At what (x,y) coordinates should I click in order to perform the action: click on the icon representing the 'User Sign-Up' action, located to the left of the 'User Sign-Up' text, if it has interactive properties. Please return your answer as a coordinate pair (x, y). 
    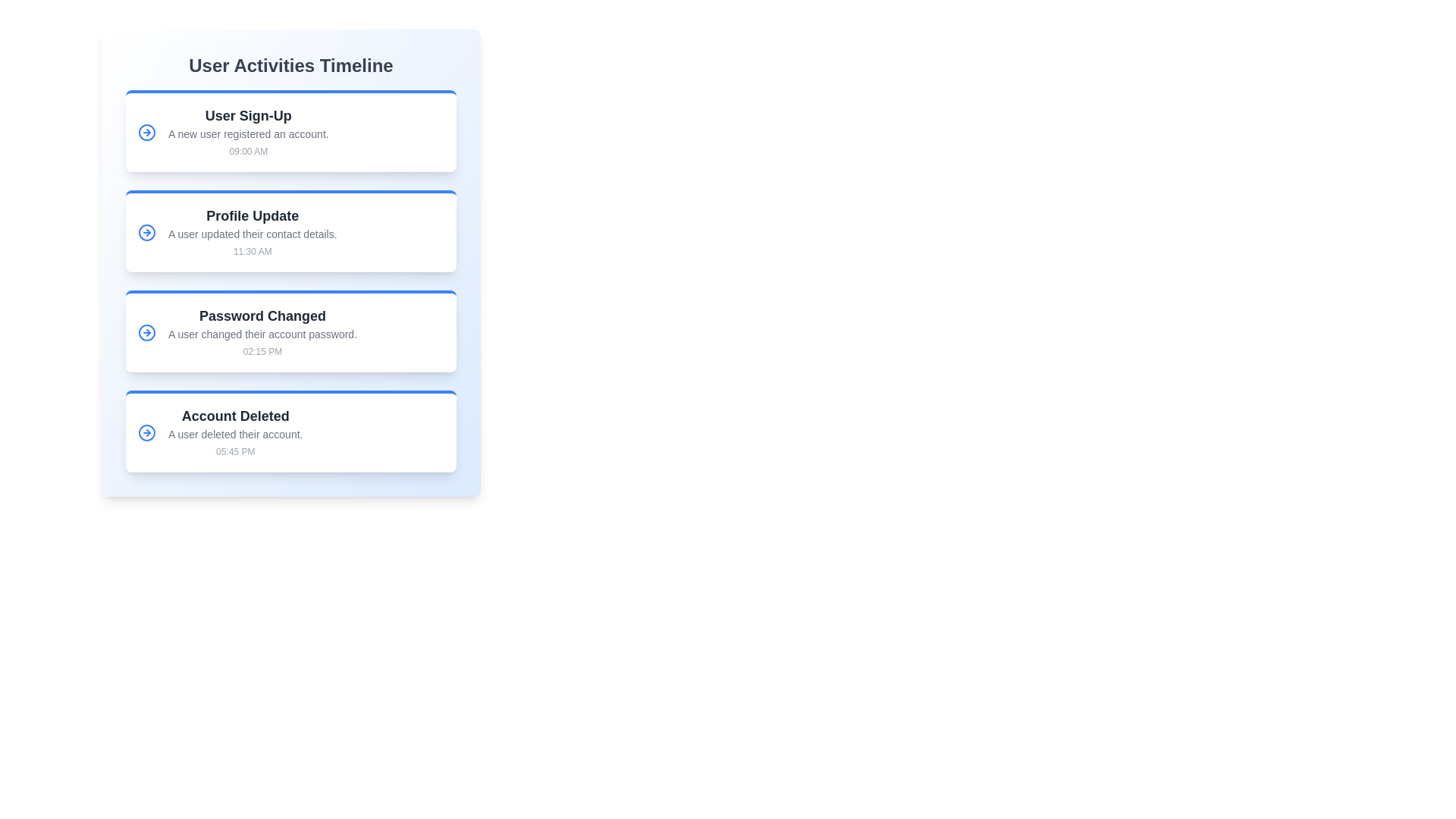
    Looking at the image, I should click on (146, 131).